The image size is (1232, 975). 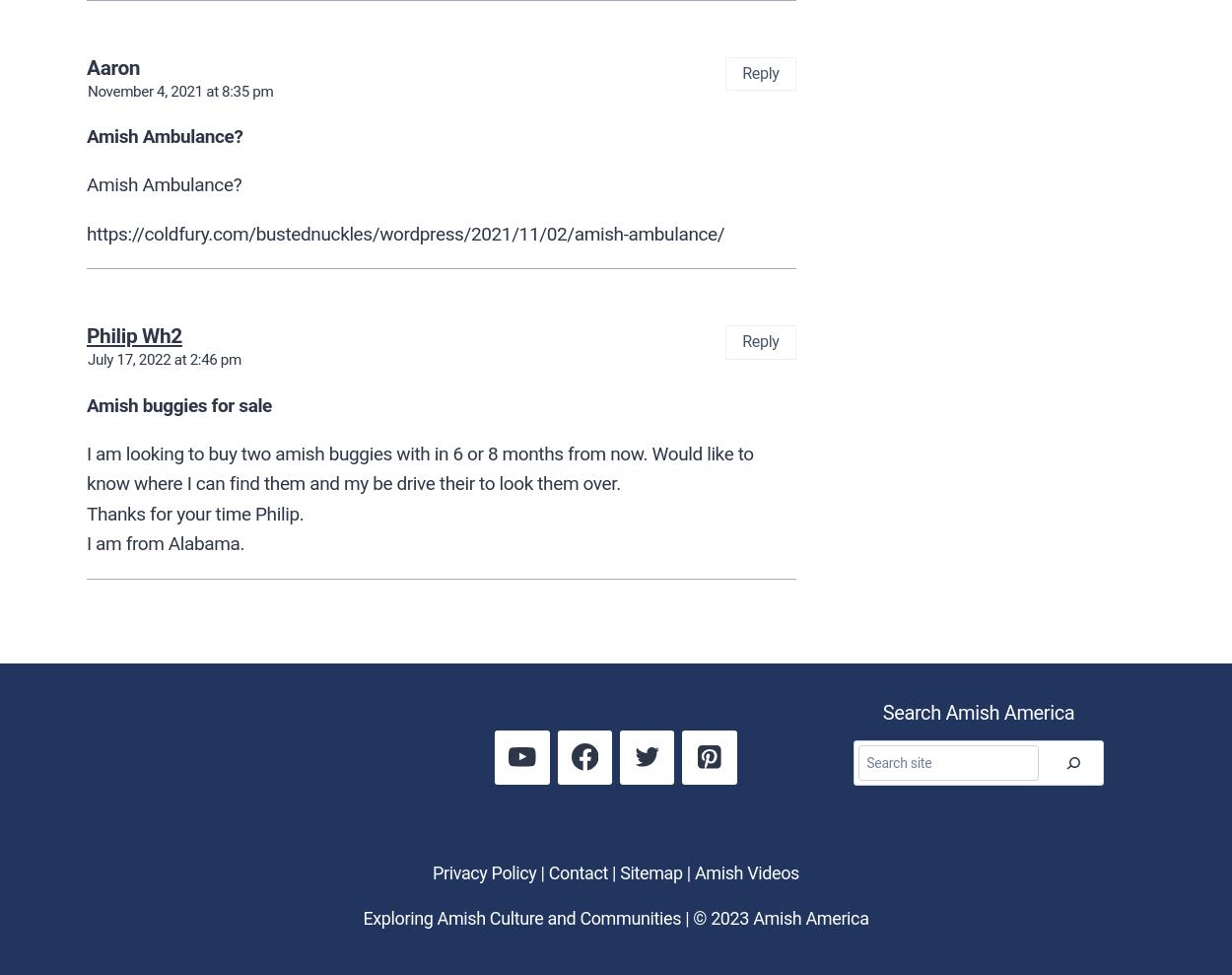 I want to click on 'Sitemap', so click(x=650, y=871).